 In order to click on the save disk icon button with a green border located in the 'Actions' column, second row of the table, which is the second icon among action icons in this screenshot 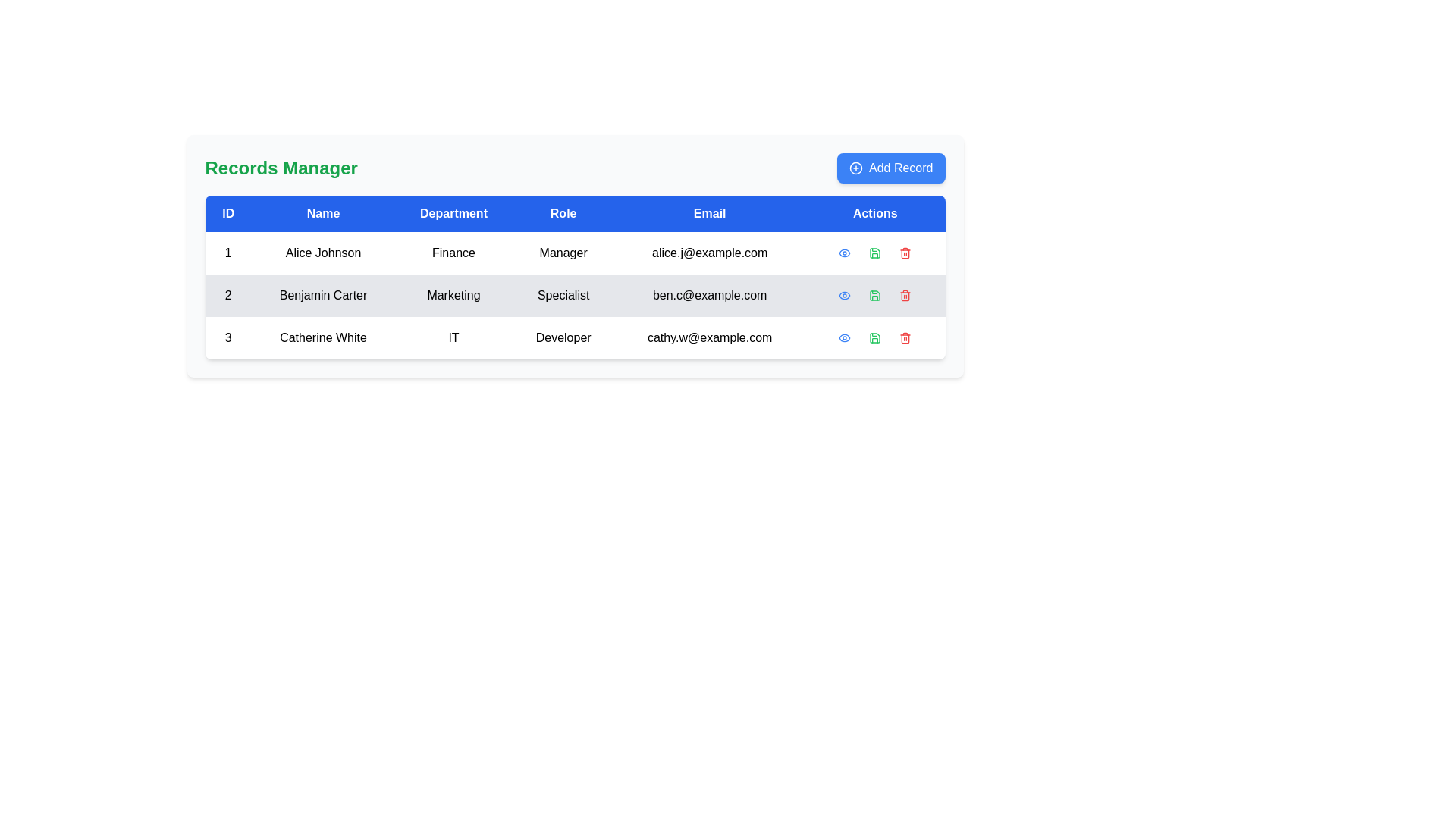, I will do `click(874, 295)`.